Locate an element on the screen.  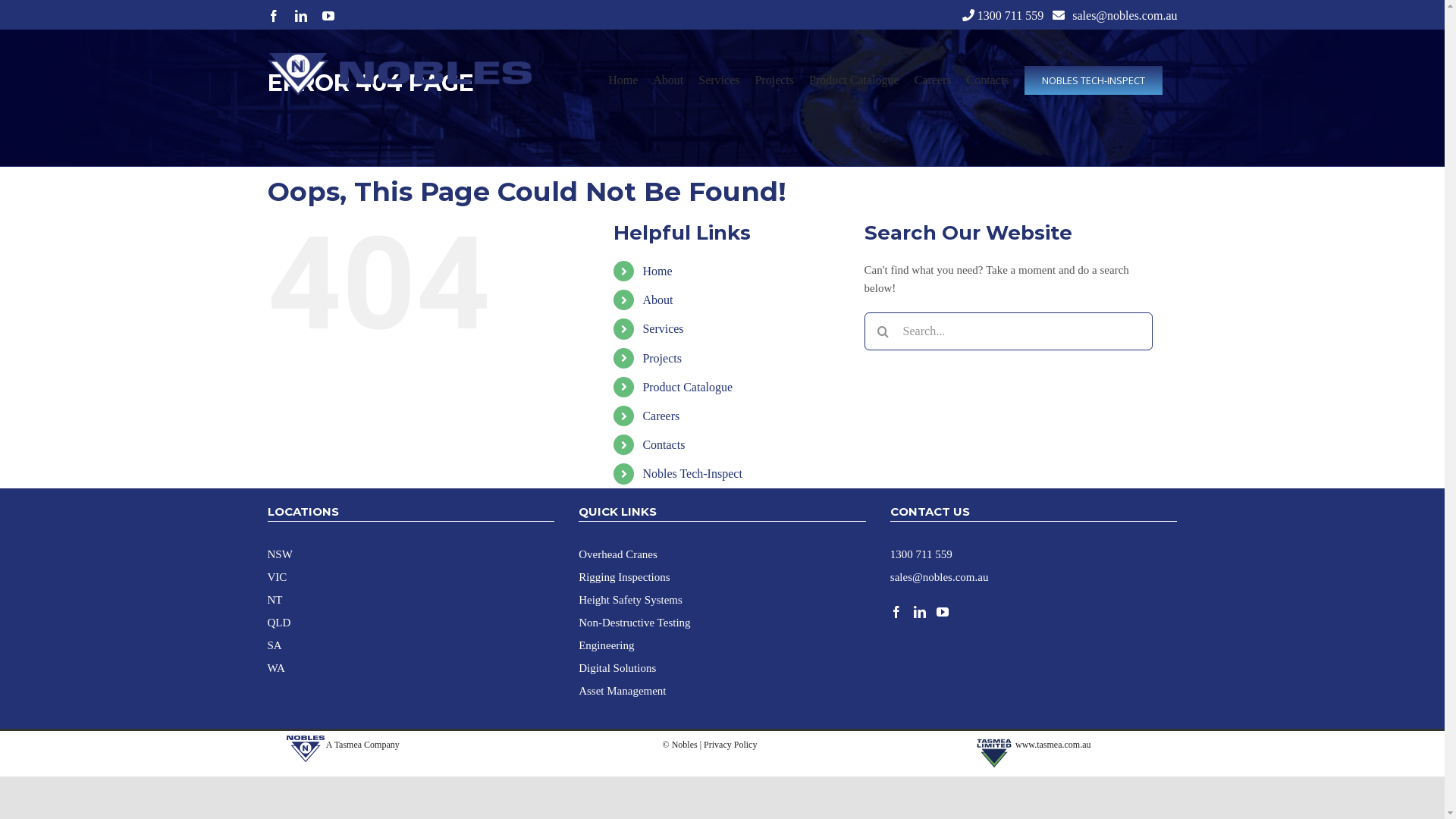
'Contacts' is located at coordinates (965, 80).